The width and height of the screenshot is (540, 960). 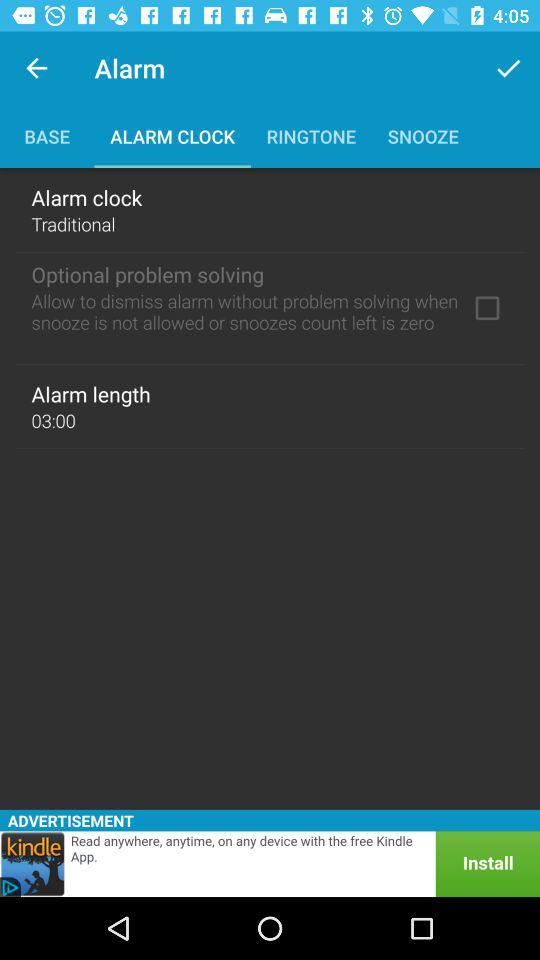 I want to click on icon above the alarm clock icon, so click(x=508, y=68).